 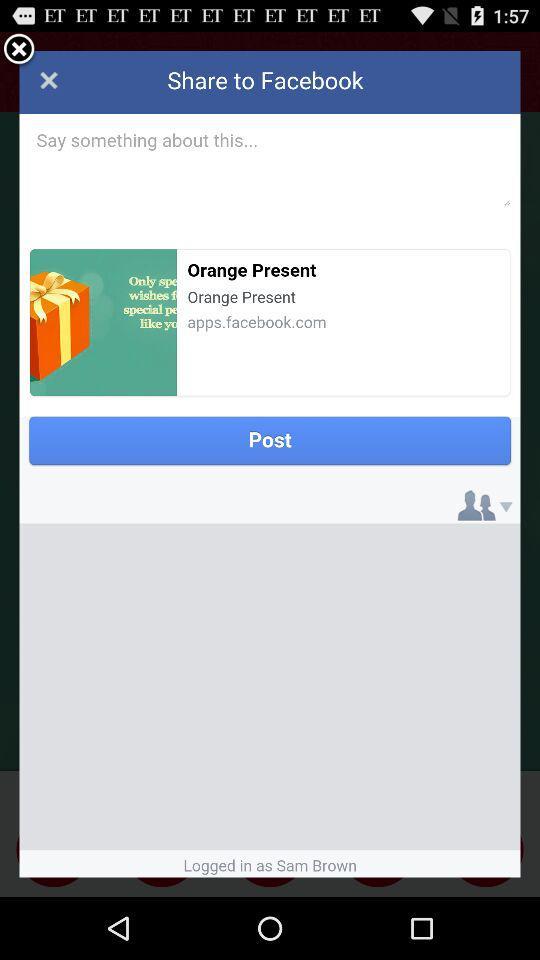 I want to click on share to facebook, so click(x=270, y=464).